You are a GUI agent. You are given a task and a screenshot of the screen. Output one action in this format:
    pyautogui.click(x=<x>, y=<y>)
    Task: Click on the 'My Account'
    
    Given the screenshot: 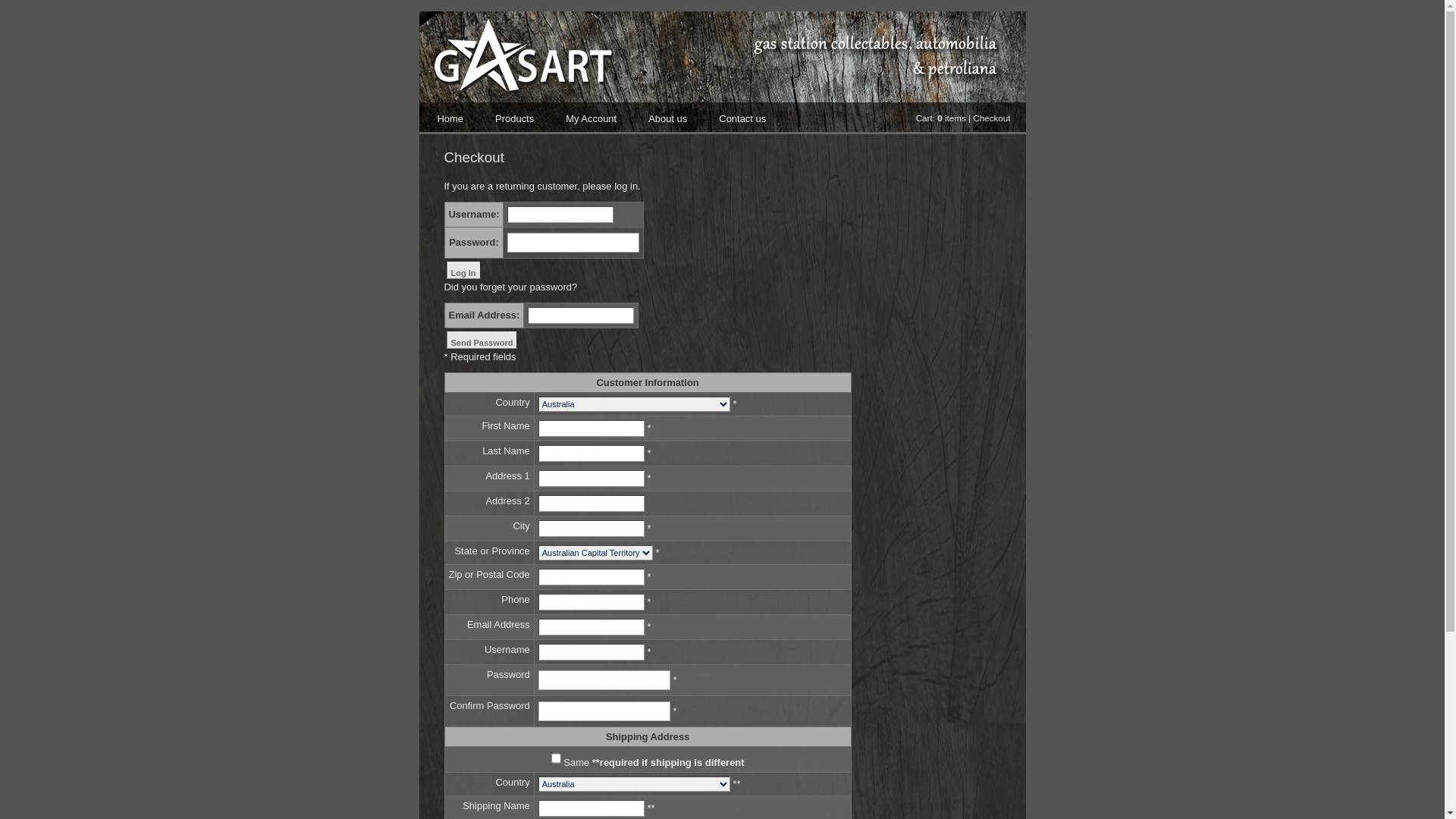 What is the action you would take?
    pyautogui.click(x=590, y=118)
    